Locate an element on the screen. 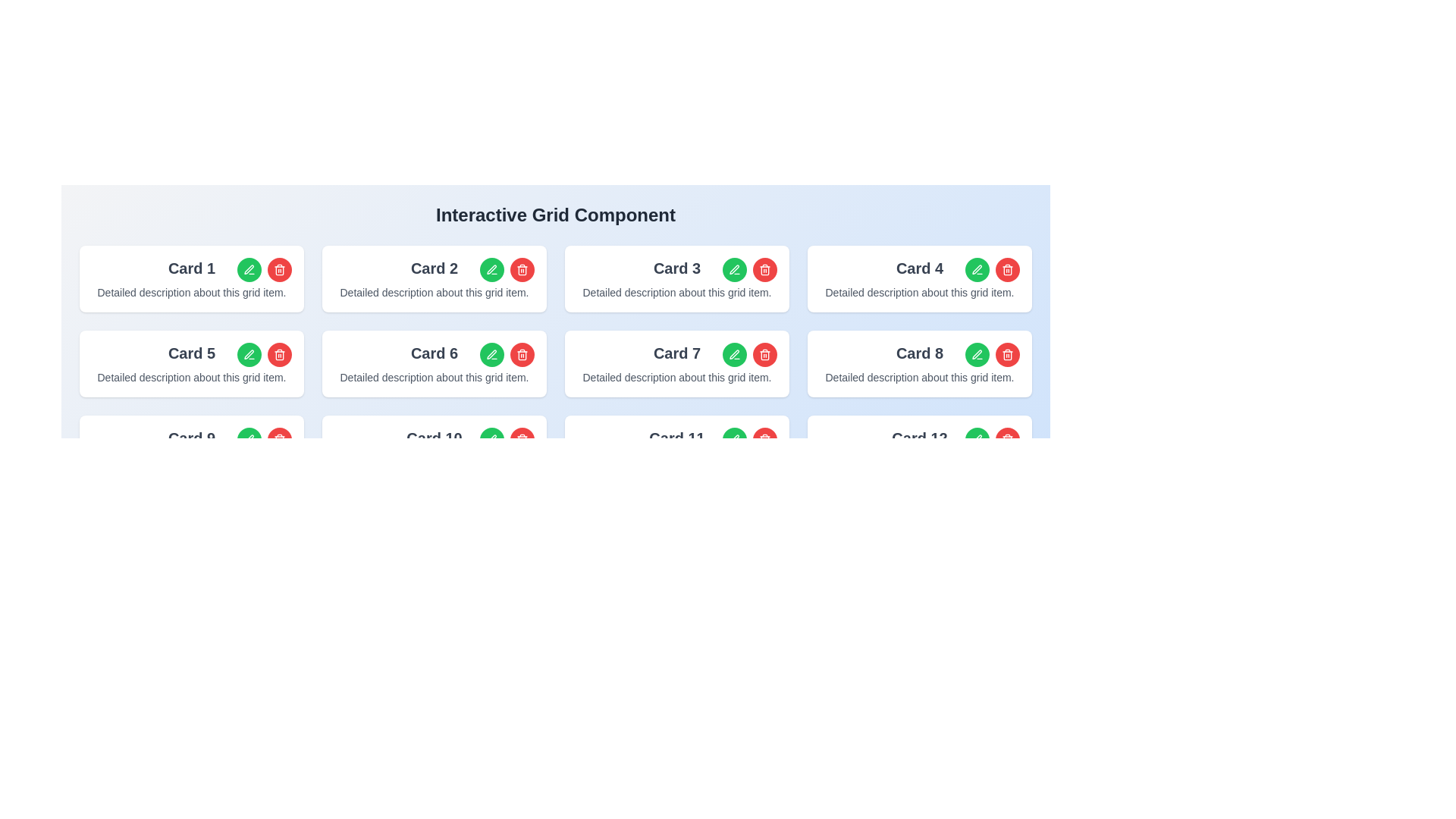 This screenshot has width=1456, height=819. title and description of the sixth card in the 'Interactive Grid Component', located in the third column of the second row is located at coordinates (433, 363).